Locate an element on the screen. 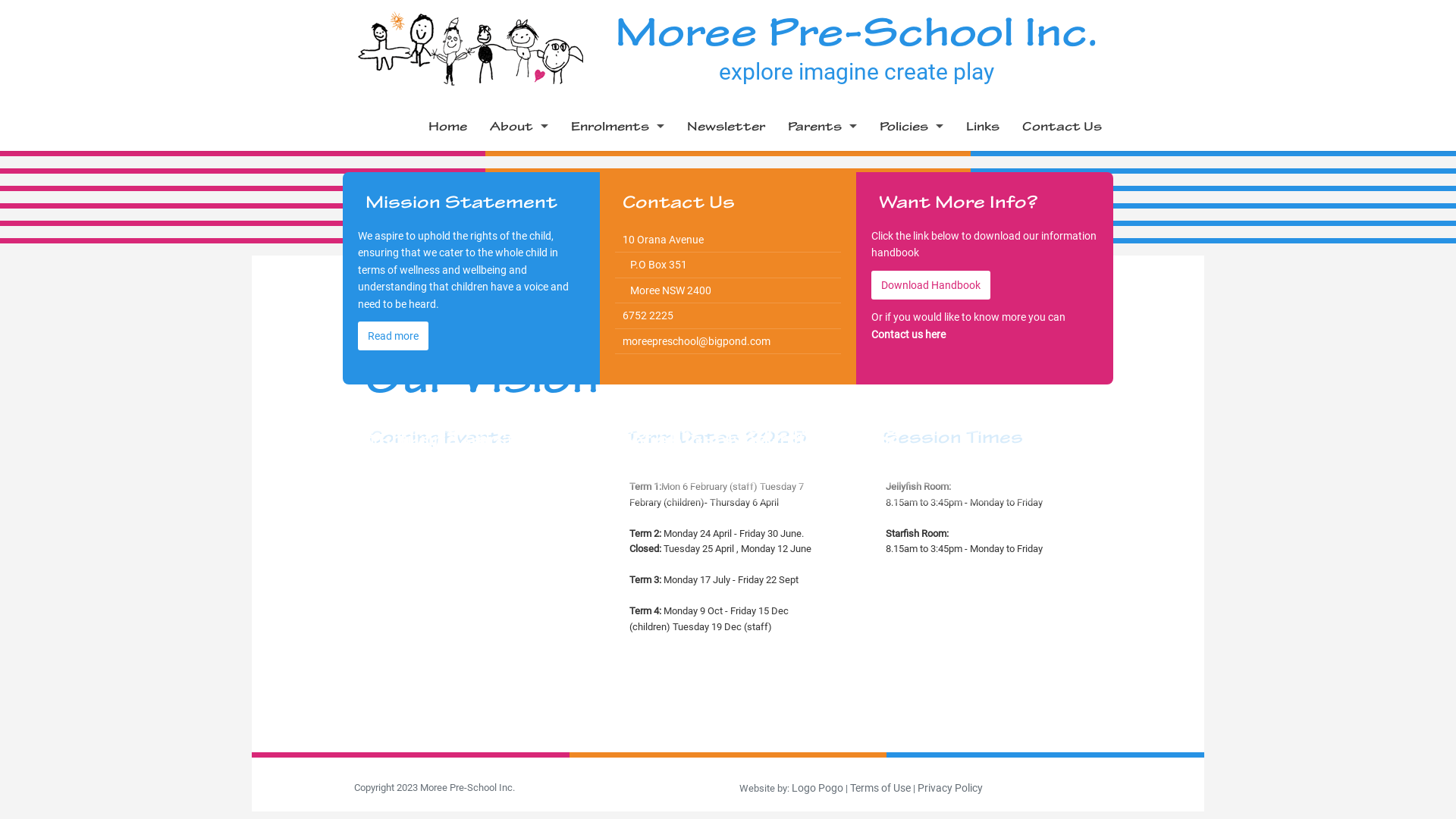 The height and width of the screenshot is (819, 1456). 'Terms of Use' is located at coordinates (880, 786).